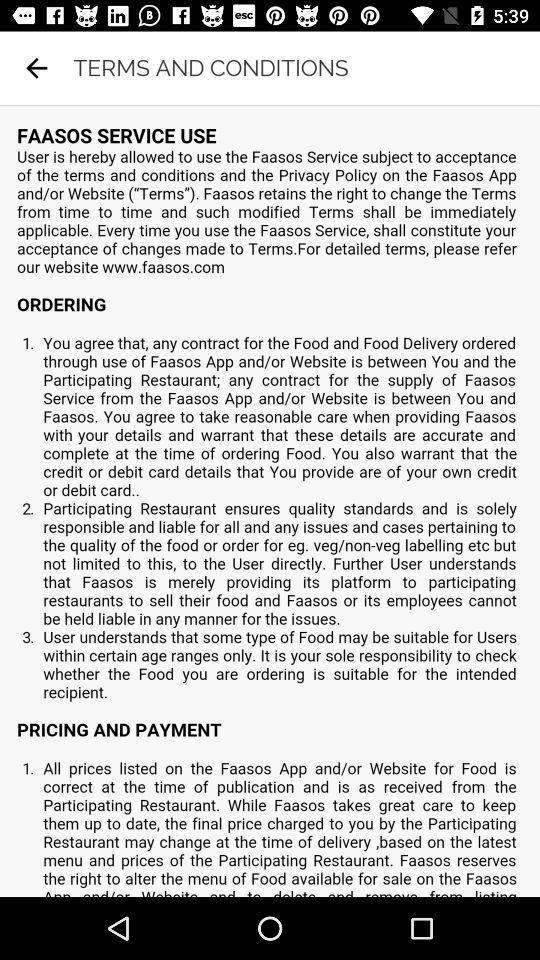 Image resolution: width=540 pixels, height=960 pixels. I want to click on terms and condittions page, so click(270, 500).